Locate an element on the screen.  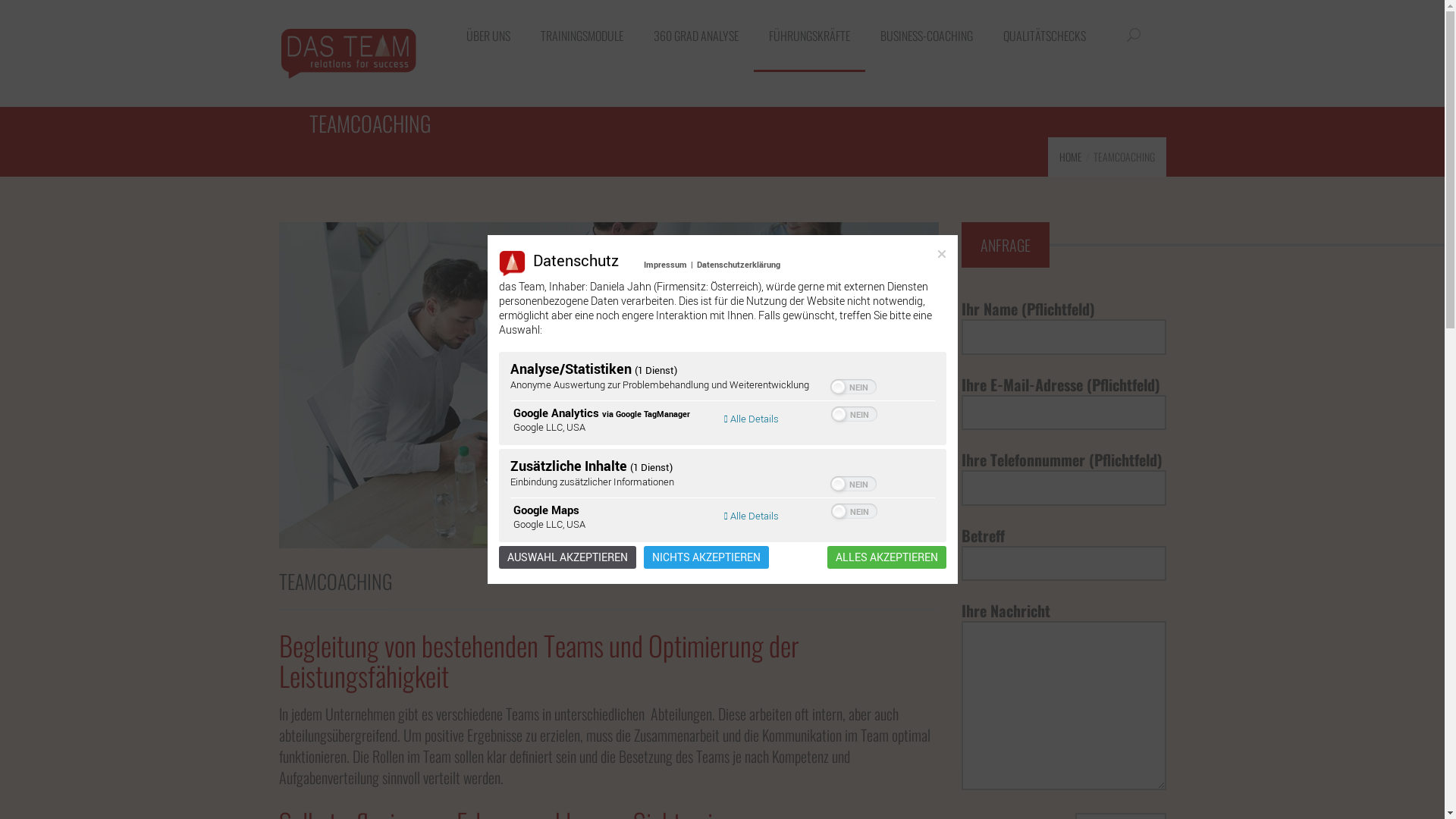
'HOME' is located at coordinates (1069, 156).